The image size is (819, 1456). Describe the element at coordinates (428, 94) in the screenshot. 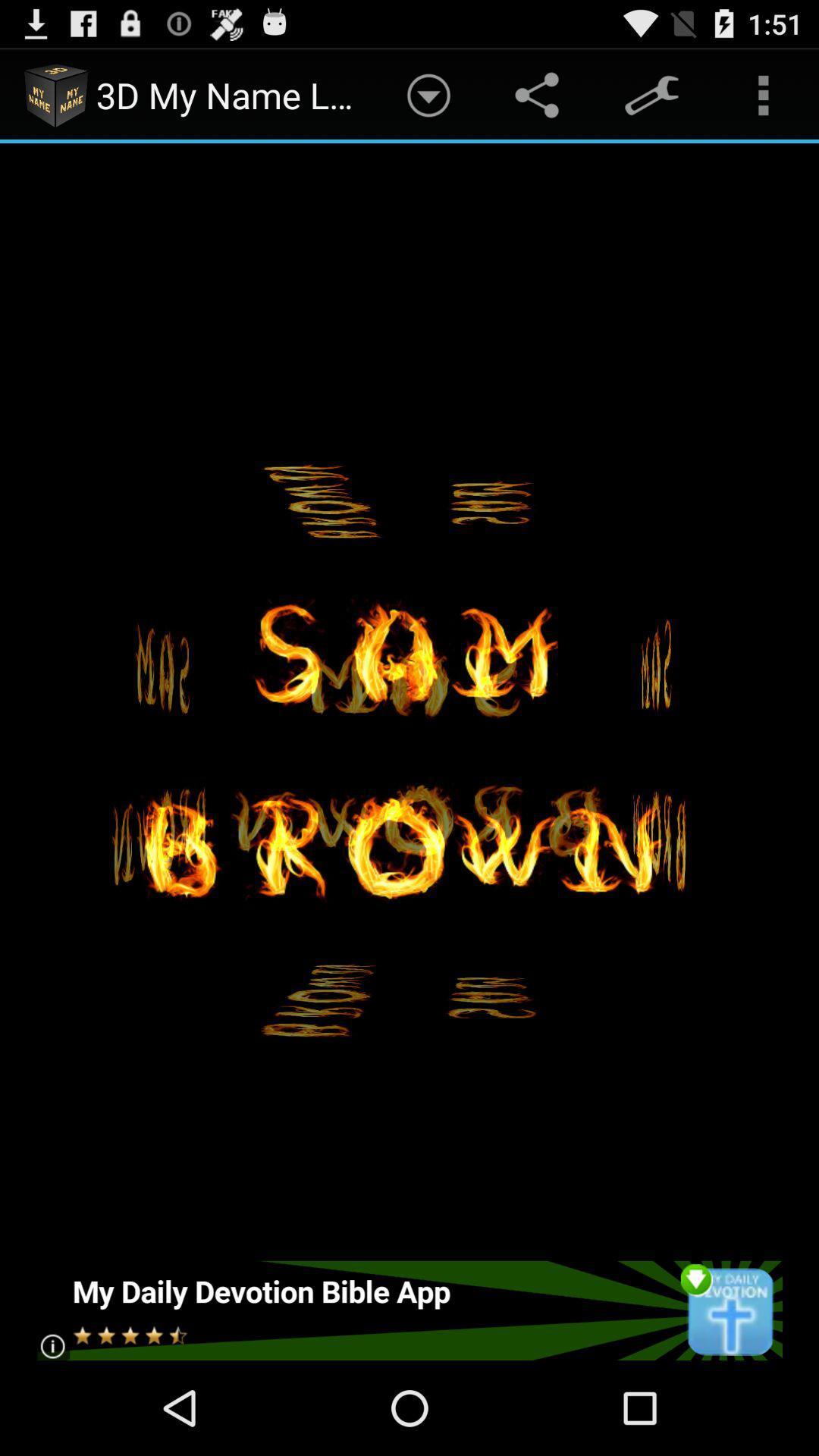

I see `icon next to 3d my name` at that location.